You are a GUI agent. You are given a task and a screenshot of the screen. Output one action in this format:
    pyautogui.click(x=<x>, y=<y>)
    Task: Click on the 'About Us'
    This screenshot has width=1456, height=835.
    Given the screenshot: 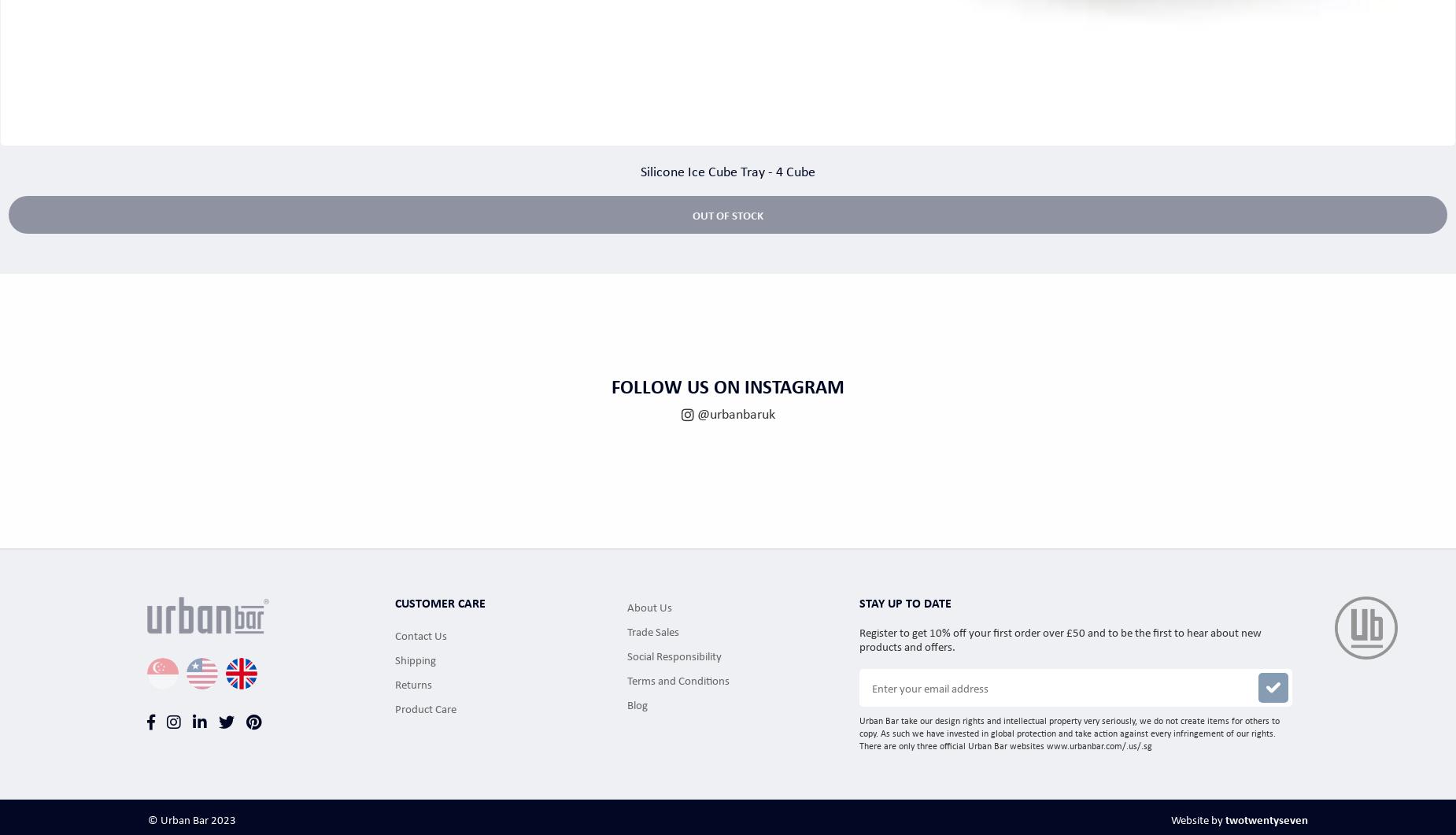 What is the action you would take?
    pyautogui.click(x=649, y=605)
    